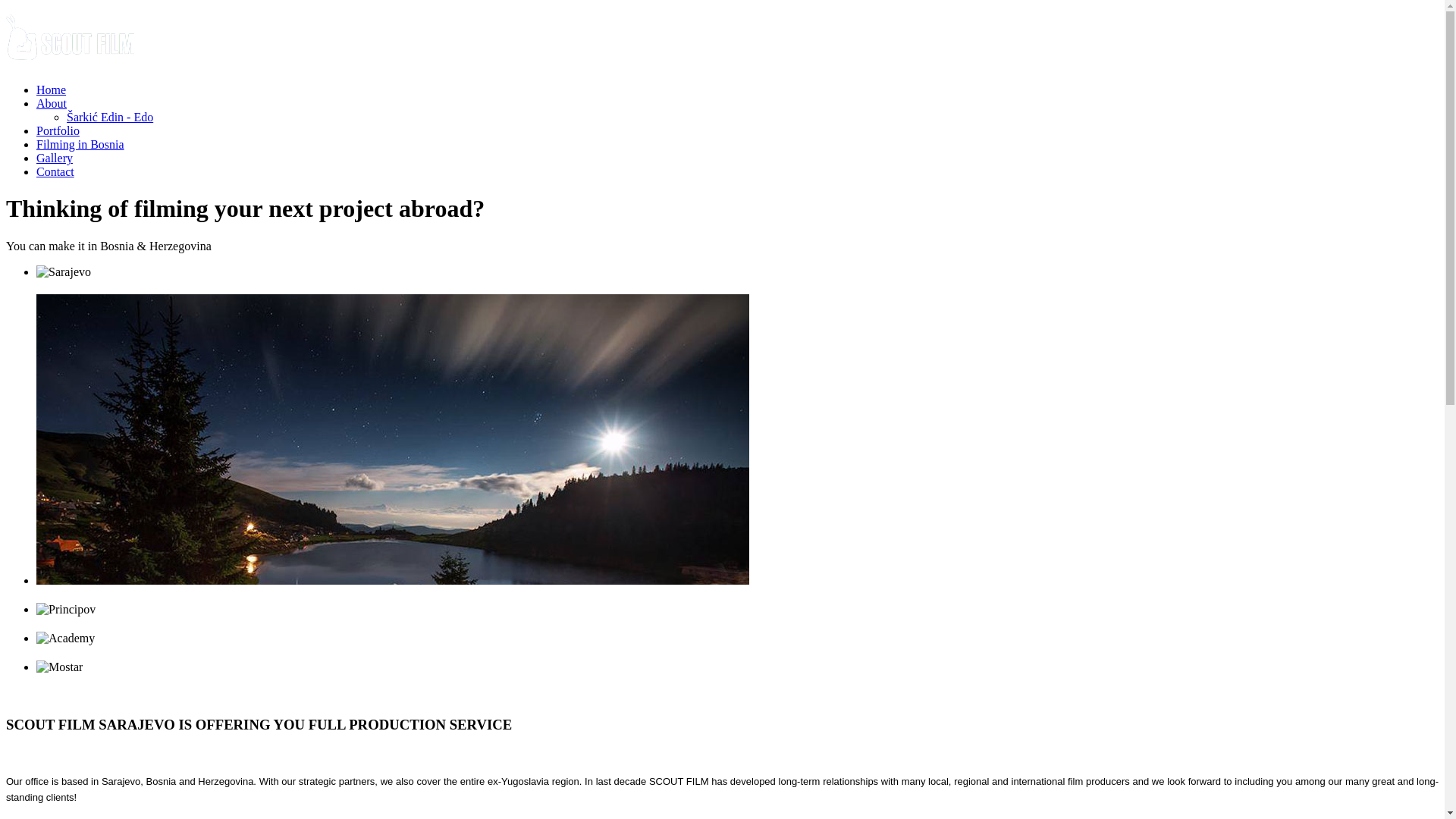  Describe the element at coordinates (55, 158) in the screenshot. I see `'Gallery'` at that location.